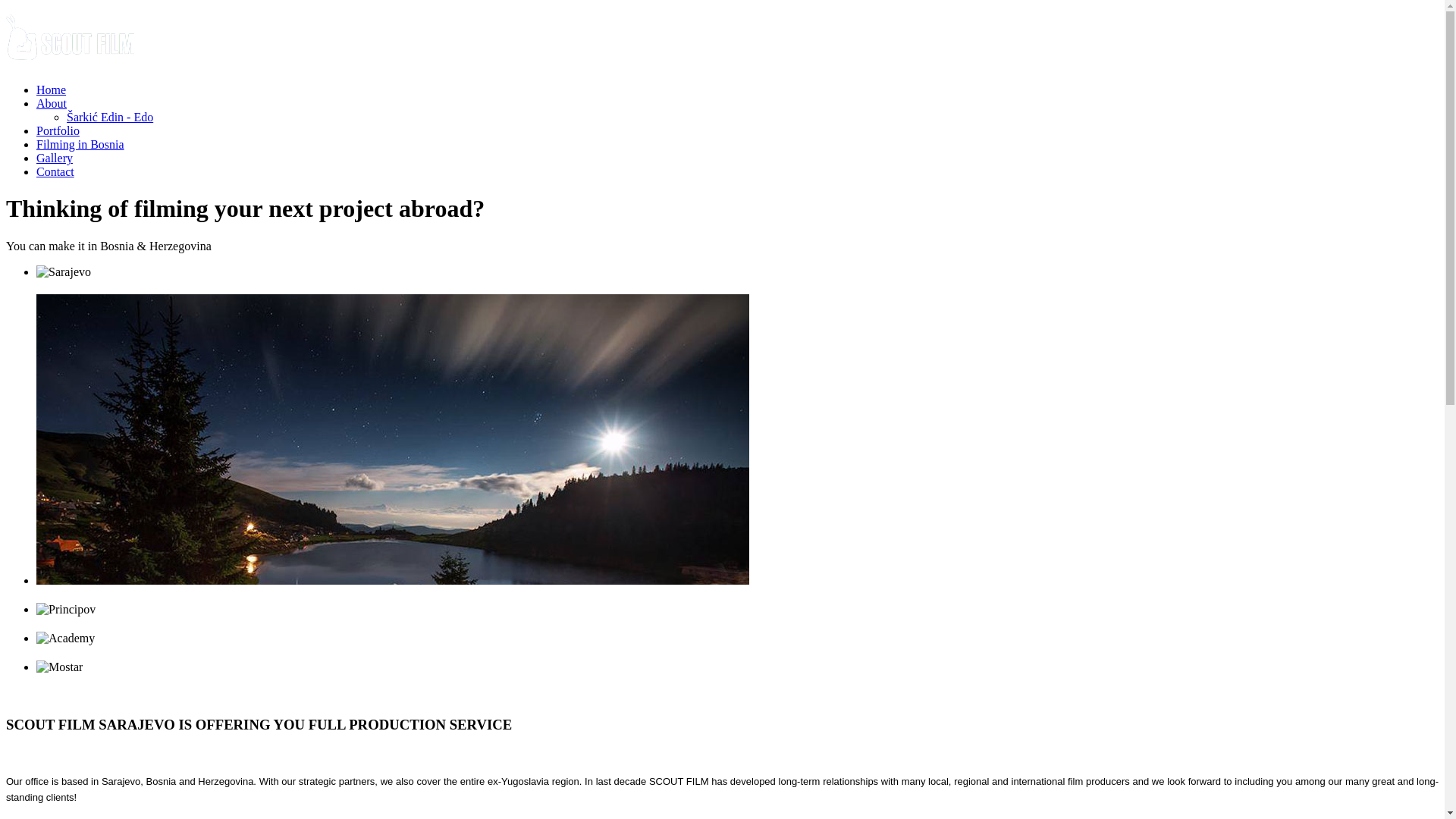  Describe the element at coordinates (55, 158) in the screenshot. I see `'Gallery'` at that location.